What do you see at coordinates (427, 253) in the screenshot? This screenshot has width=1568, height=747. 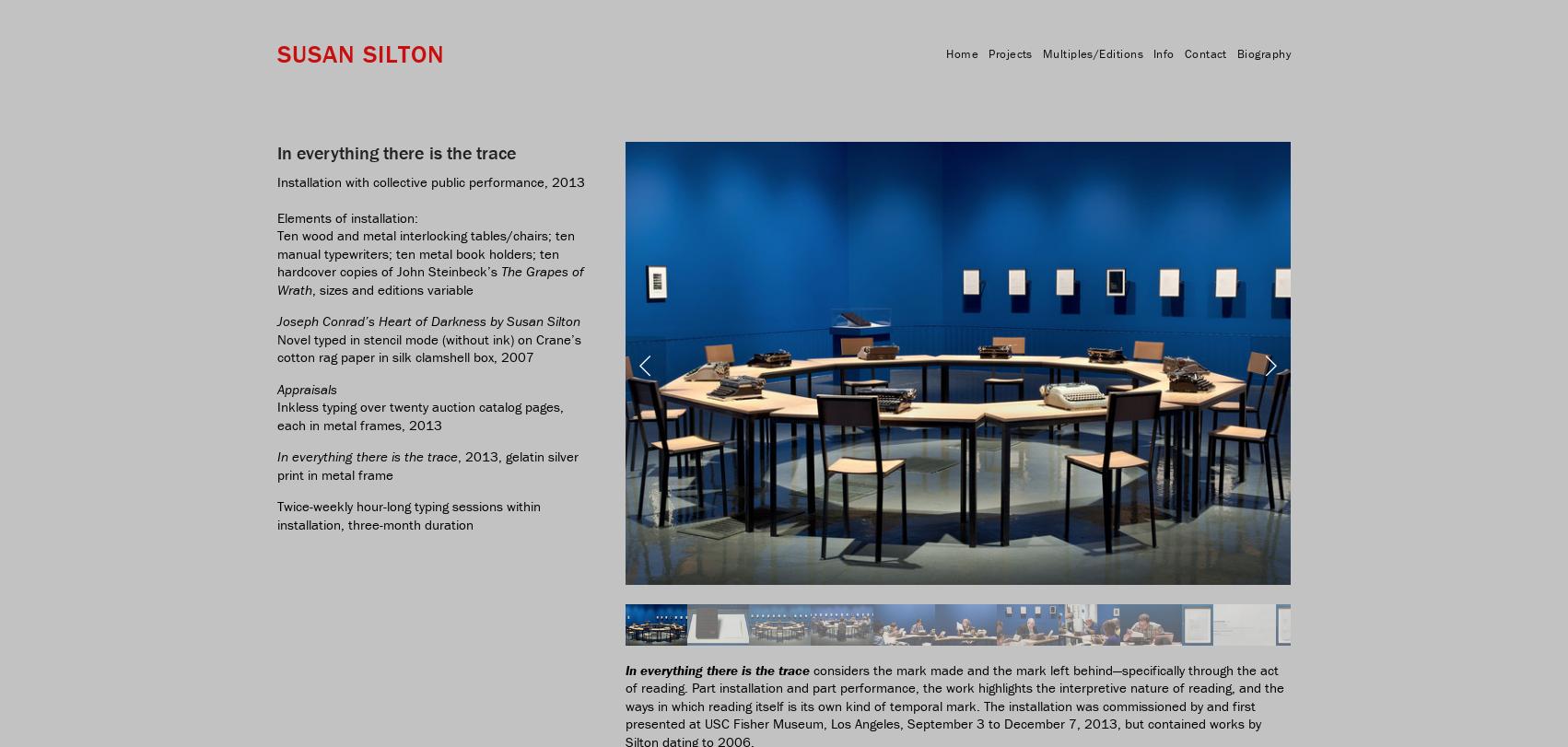 I see `'Ten wood and metal interlocking tables/chairs; ten manual typewriters; ten metal book holders; ten hardcover copies of John Steinbeck’s'` at bounding box center [427, 253].